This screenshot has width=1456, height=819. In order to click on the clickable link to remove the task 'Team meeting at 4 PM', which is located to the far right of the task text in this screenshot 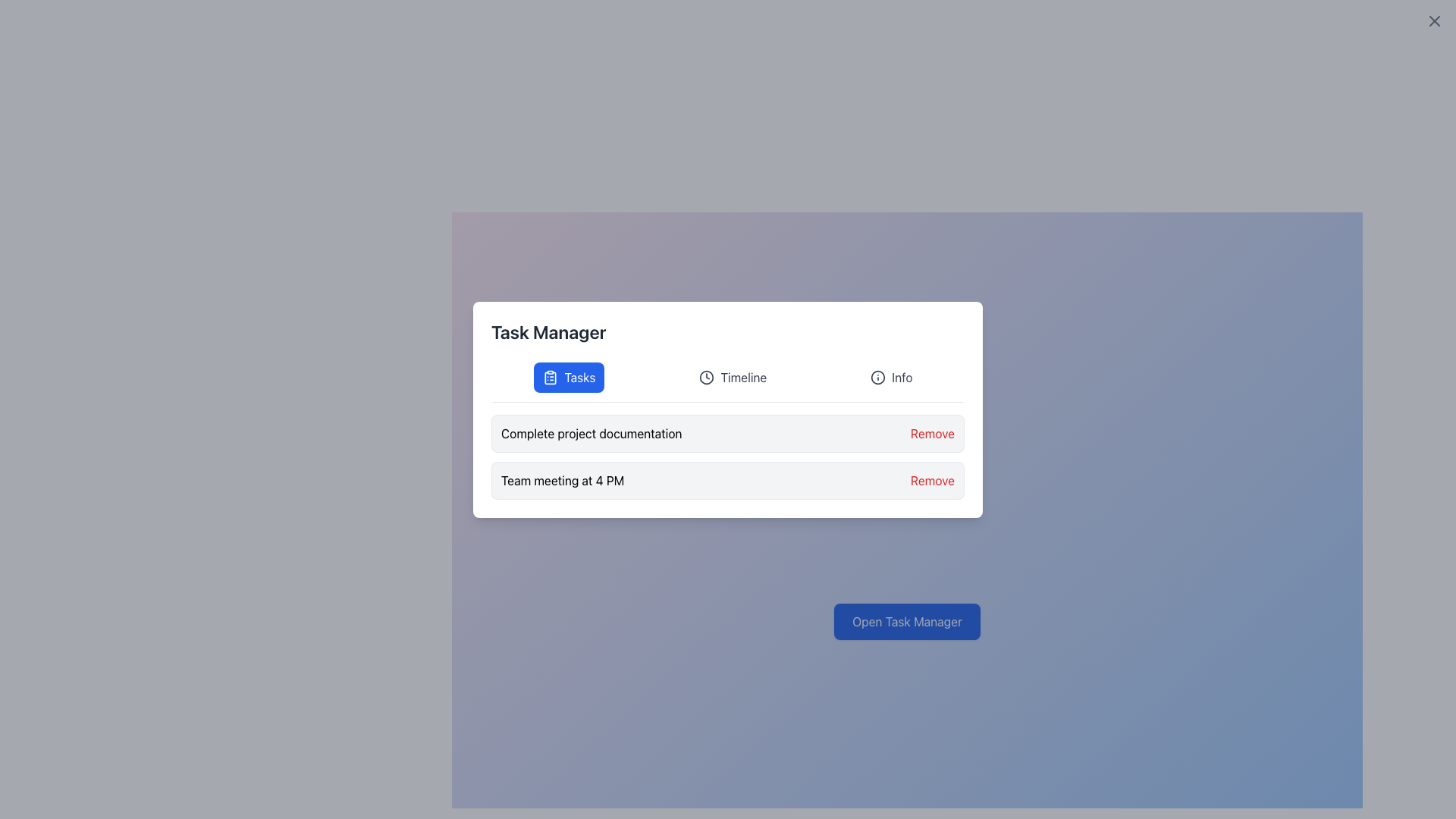, I will do `click(931, 480)`.